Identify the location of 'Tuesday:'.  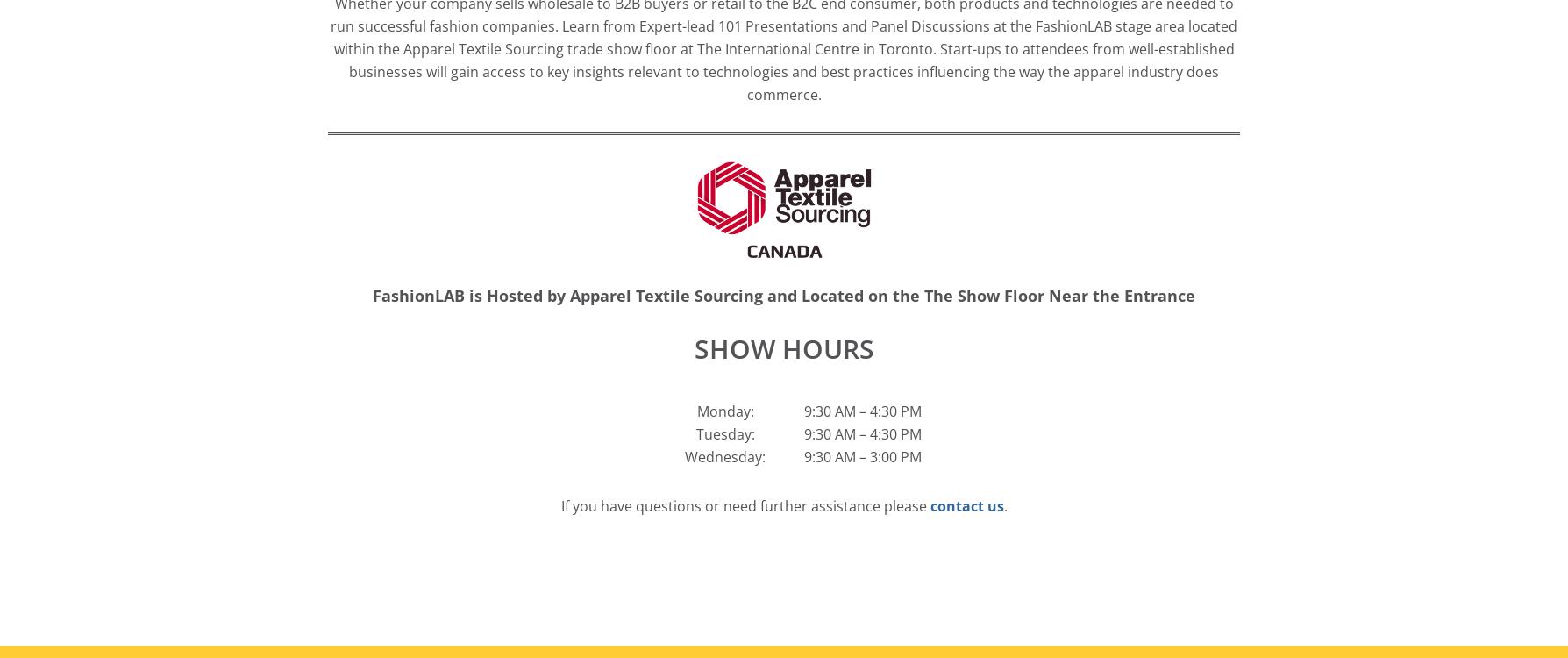
(723, 433).